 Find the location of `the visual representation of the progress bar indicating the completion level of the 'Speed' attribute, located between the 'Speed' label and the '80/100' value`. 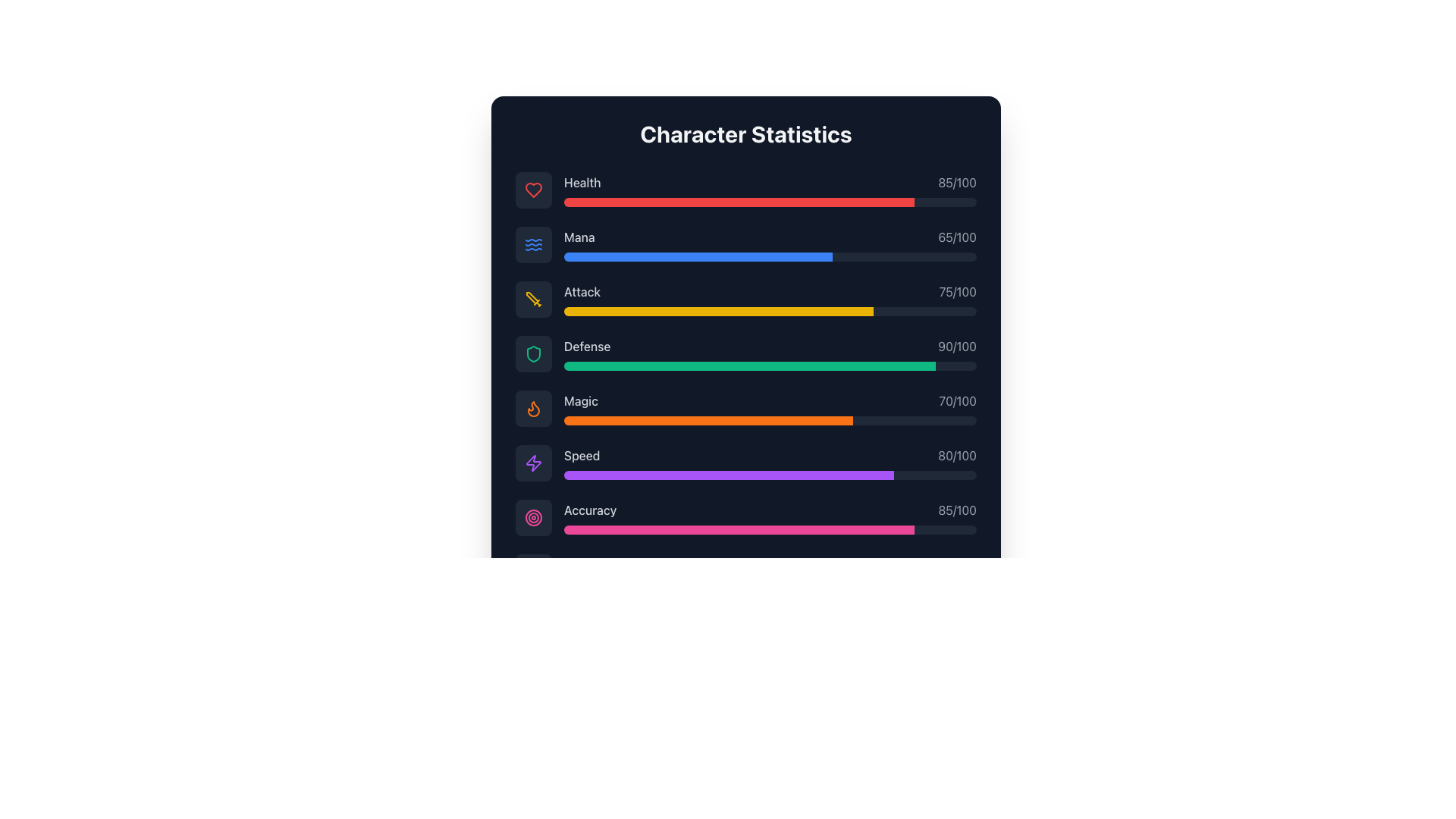

the visual representation of the progress bar indicating the completion level of the 'Speed' attribute, located between the 'Speed' label and the '80/100' value is located at coordinates (770, 475).